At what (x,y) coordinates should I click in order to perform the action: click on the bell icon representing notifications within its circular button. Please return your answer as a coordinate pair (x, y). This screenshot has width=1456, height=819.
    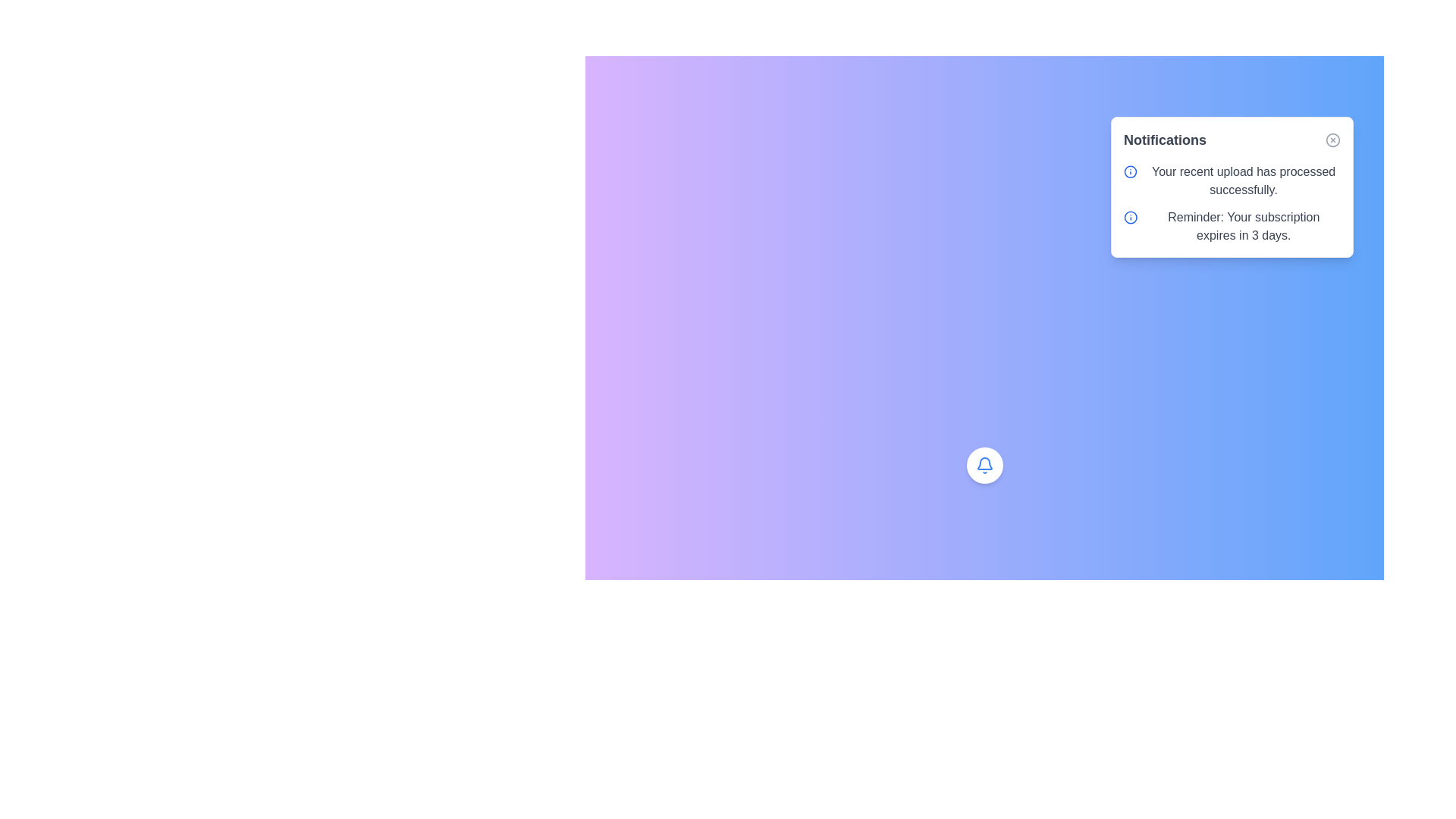
    Looking at the image, I should click on (984, 464).